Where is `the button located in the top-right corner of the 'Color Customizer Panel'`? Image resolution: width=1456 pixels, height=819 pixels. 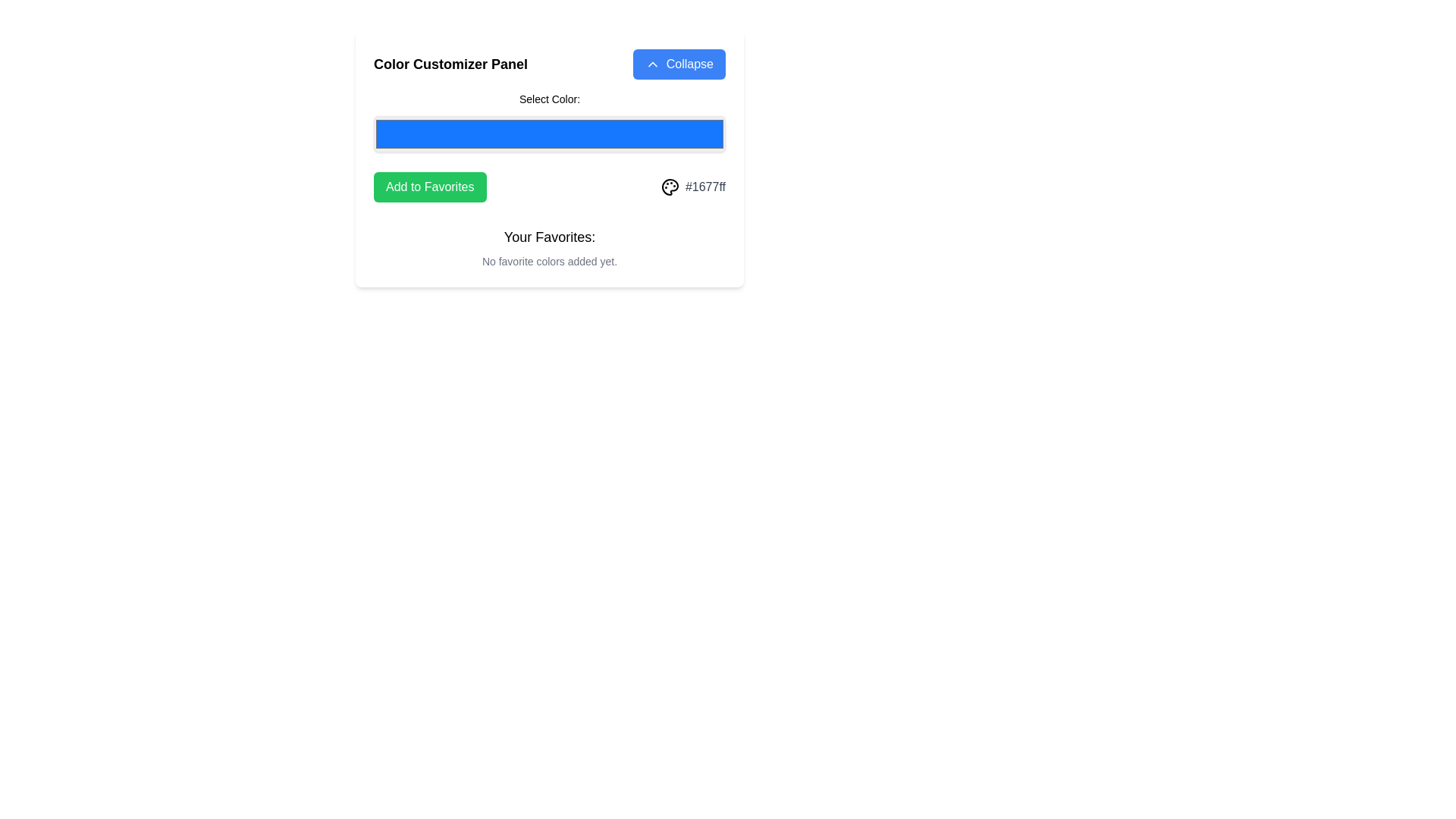 the button located in the top-right corner of the 'Color Customizer Panel' is located at coordinates (678, 63).